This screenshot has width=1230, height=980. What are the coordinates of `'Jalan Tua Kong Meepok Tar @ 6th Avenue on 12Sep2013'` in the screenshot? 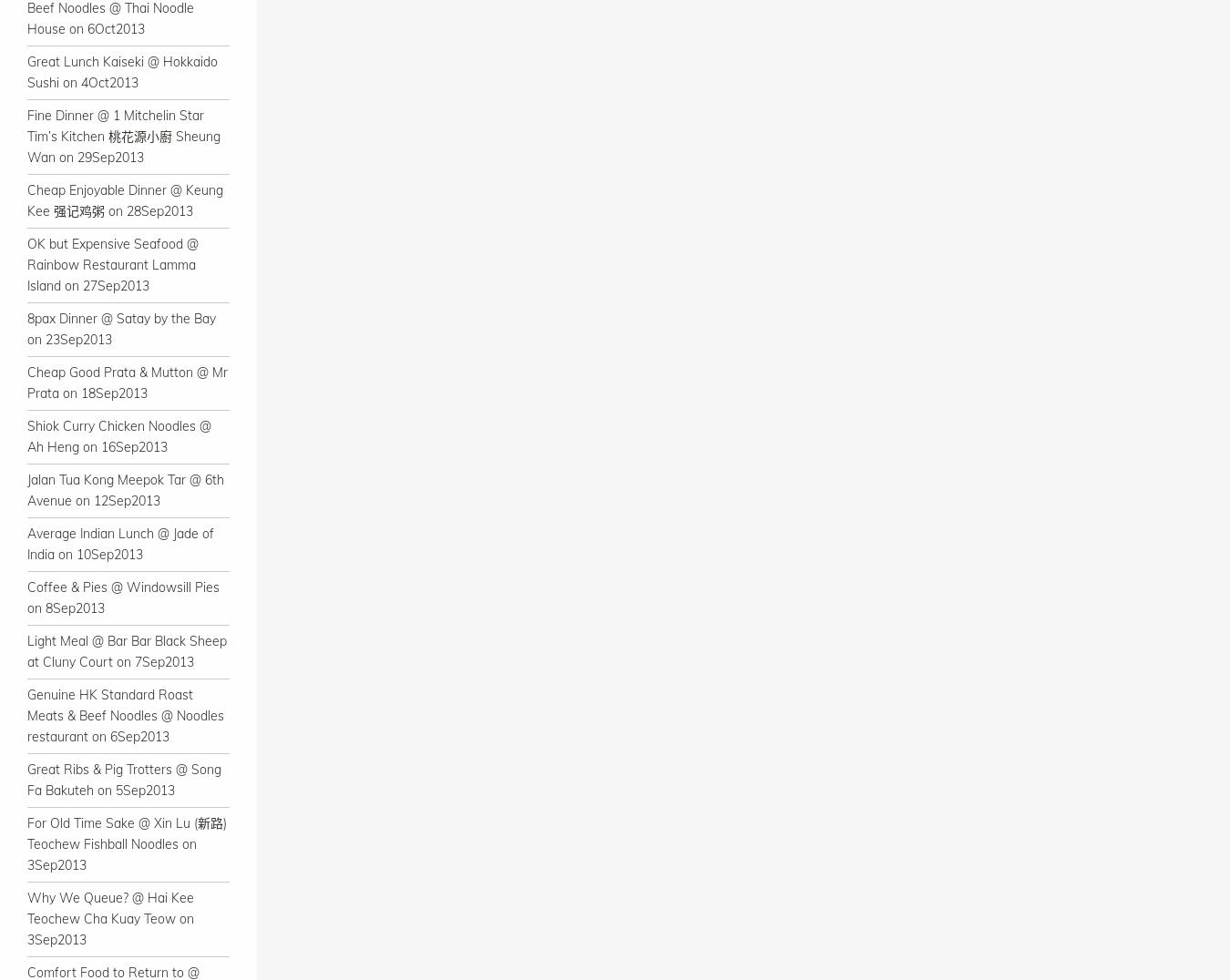 It's located at (26, 490).